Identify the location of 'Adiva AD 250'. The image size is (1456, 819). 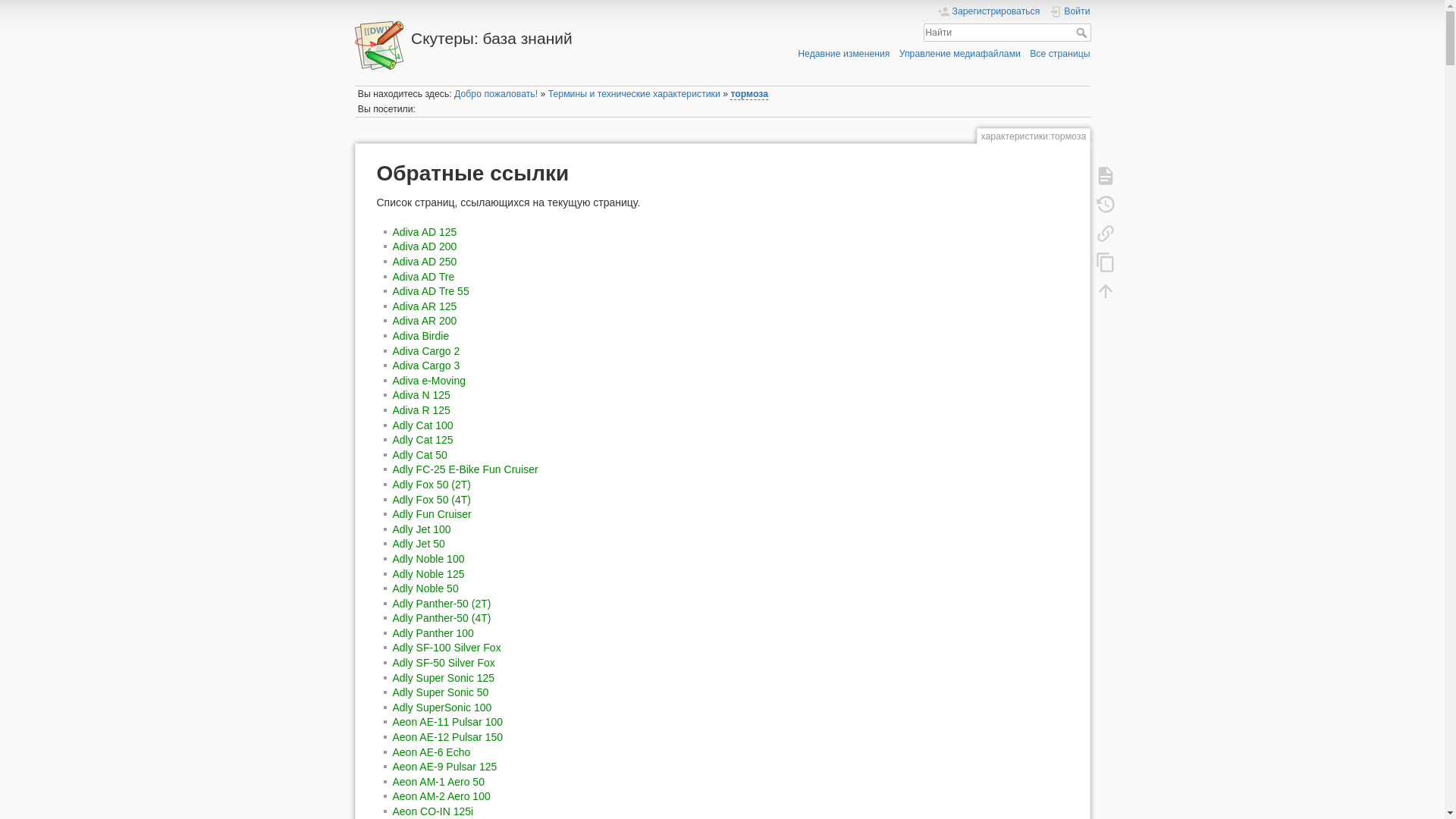
(425, 260).